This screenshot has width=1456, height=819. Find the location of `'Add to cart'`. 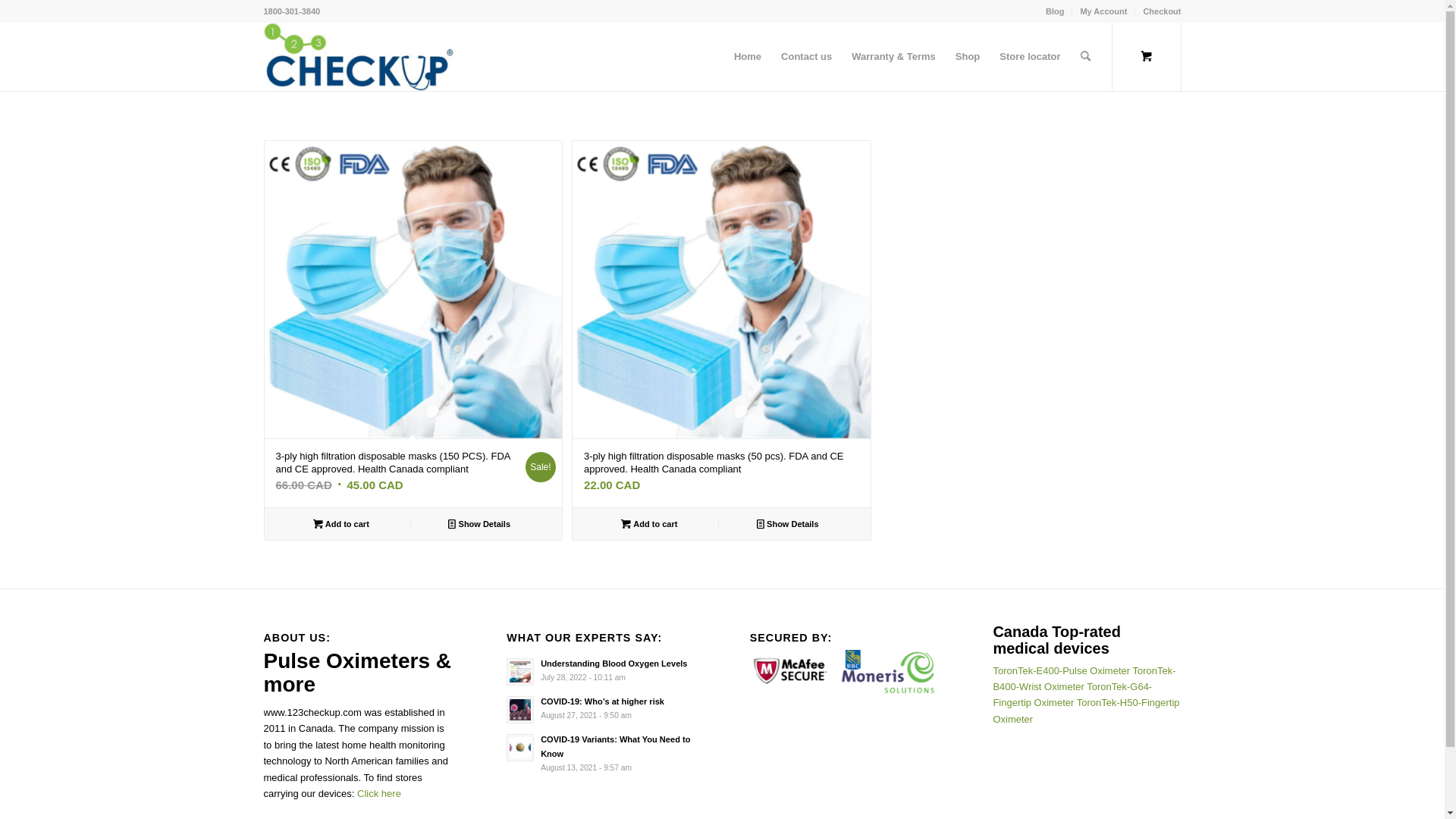

'Add to cart' is located at coordinates (340, 522).